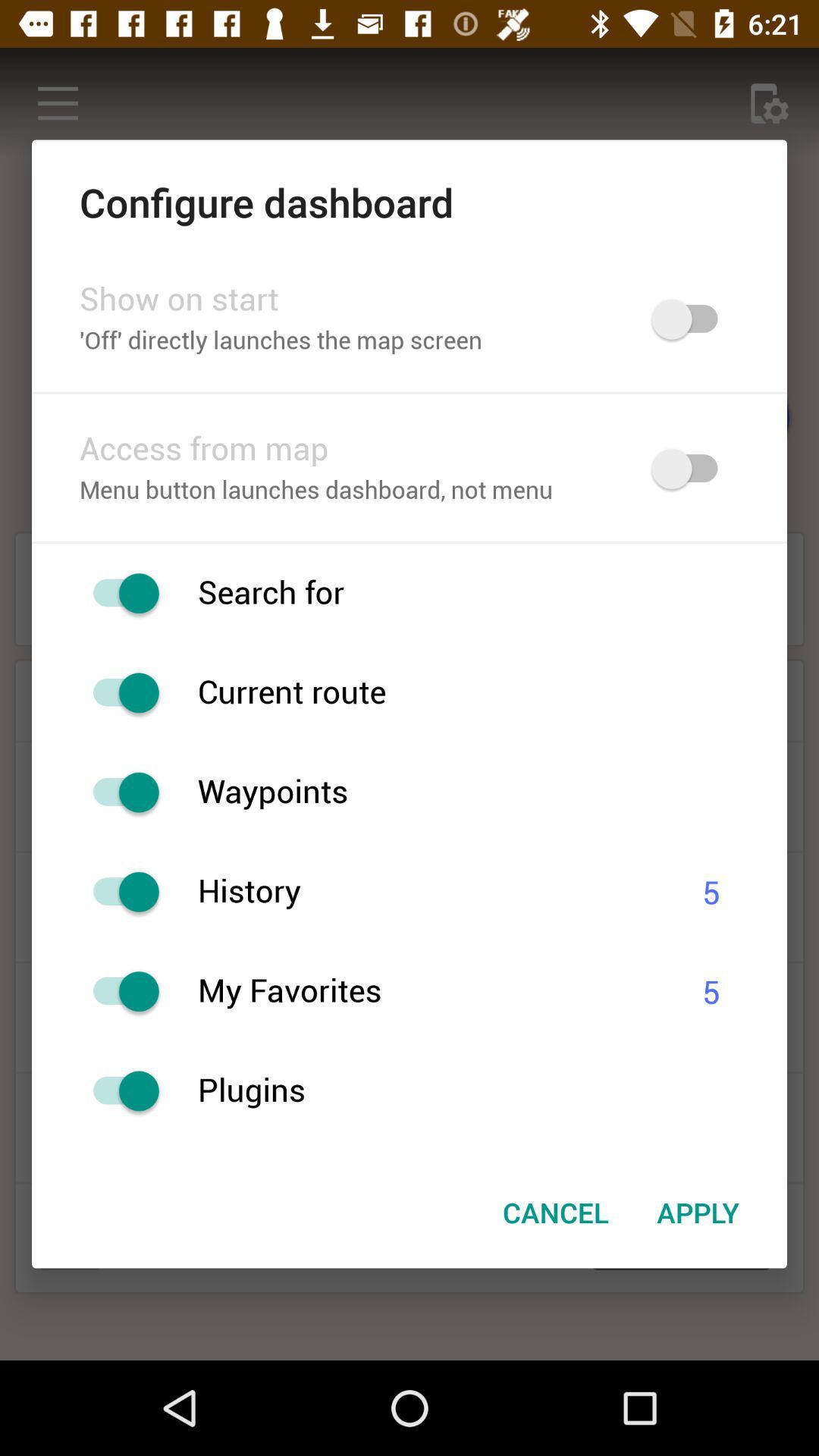 The image size is (819, 1456). Describe the element at coordinates (698, 1211) in the screenshot. I see `item next to the cancel icon` at that location.